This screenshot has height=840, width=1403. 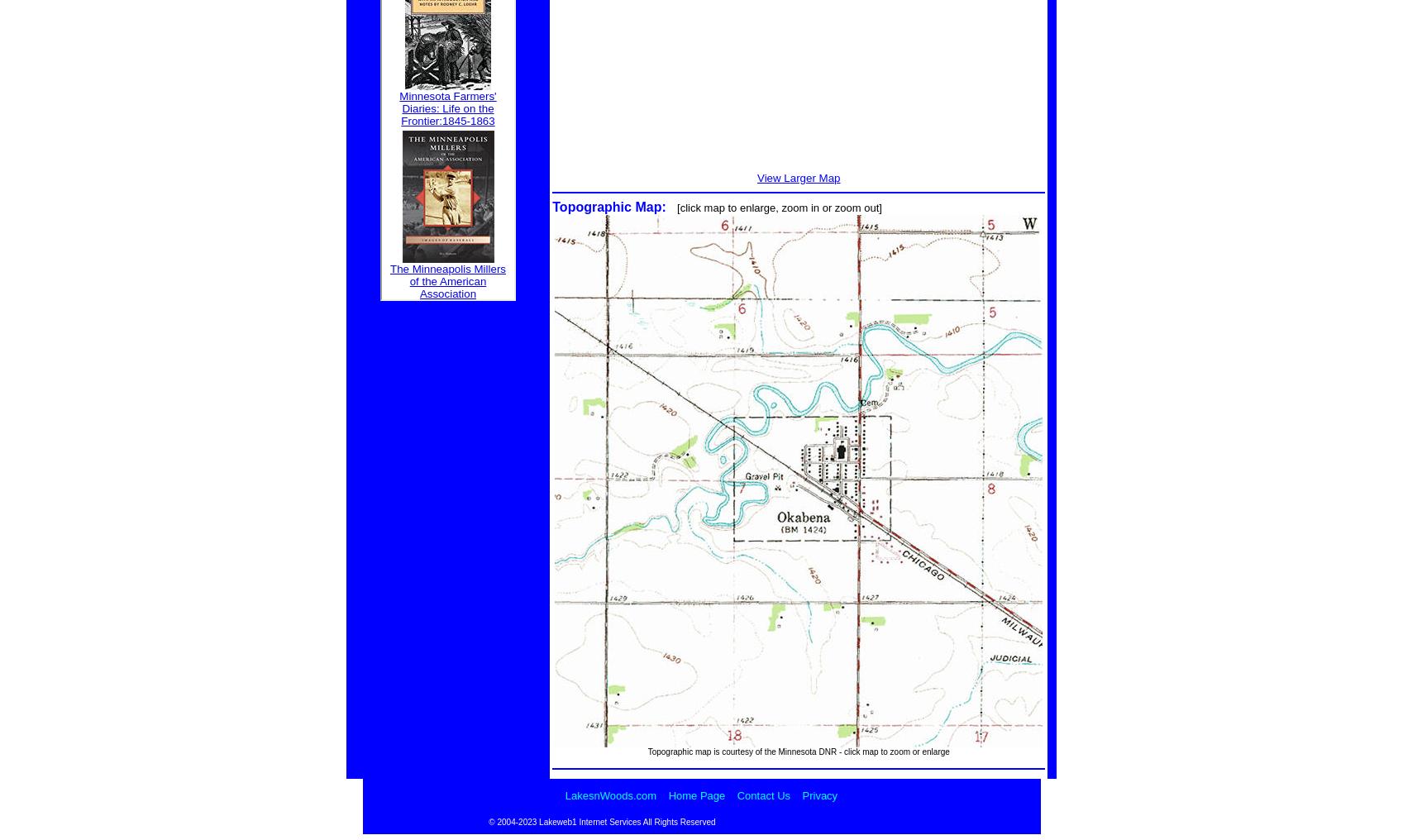 I want to click on '© 2004-2023 Lakeweb1 Internet Services  
		All Rights Reserved', so click(x=601, y=821).